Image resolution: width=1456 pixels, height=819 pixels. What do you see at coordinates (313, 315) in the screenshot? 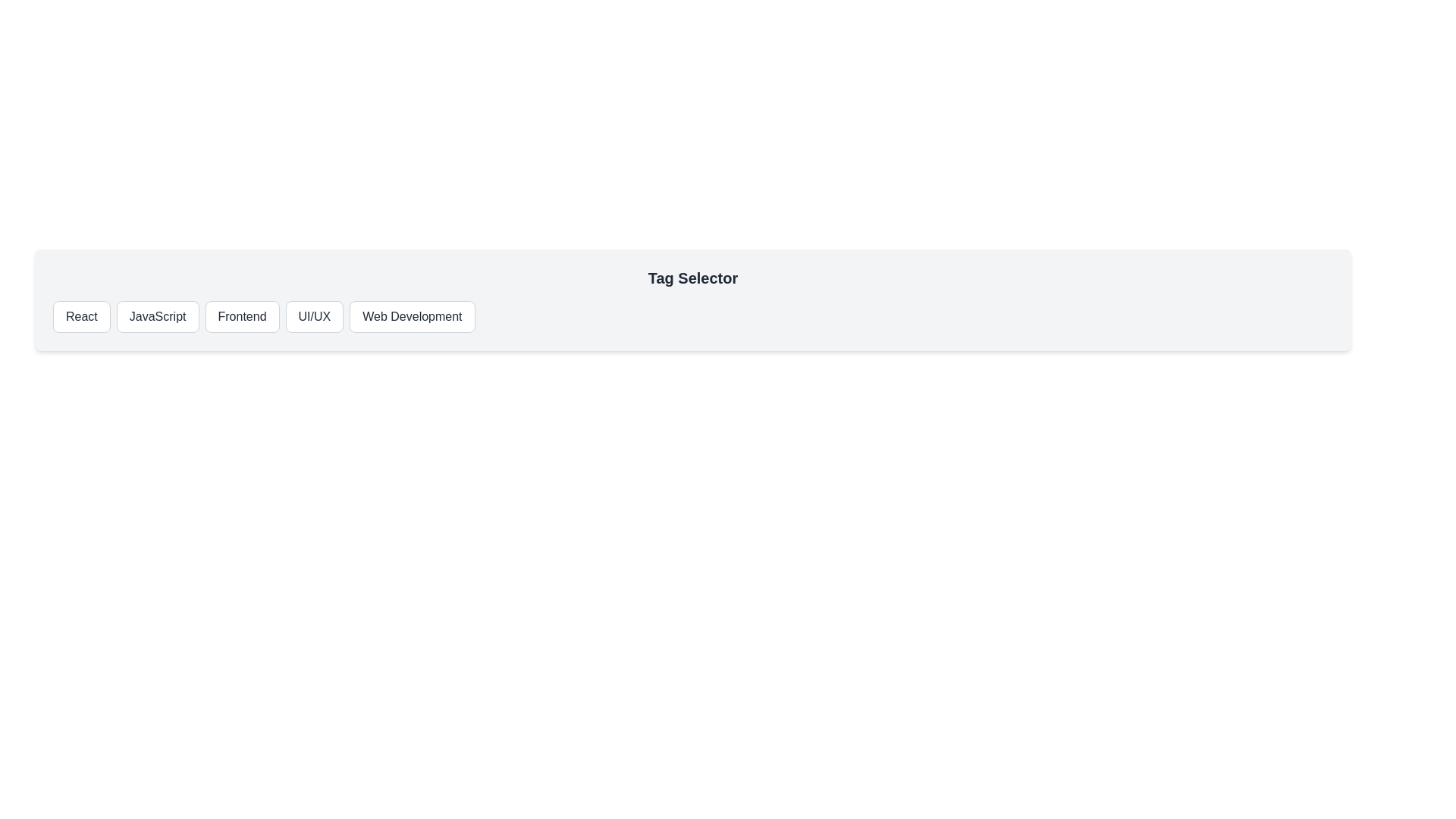
I see `the tag button labeled UI/UX to select it and view the selected tag displayed below` at bounding box center [313, 315].